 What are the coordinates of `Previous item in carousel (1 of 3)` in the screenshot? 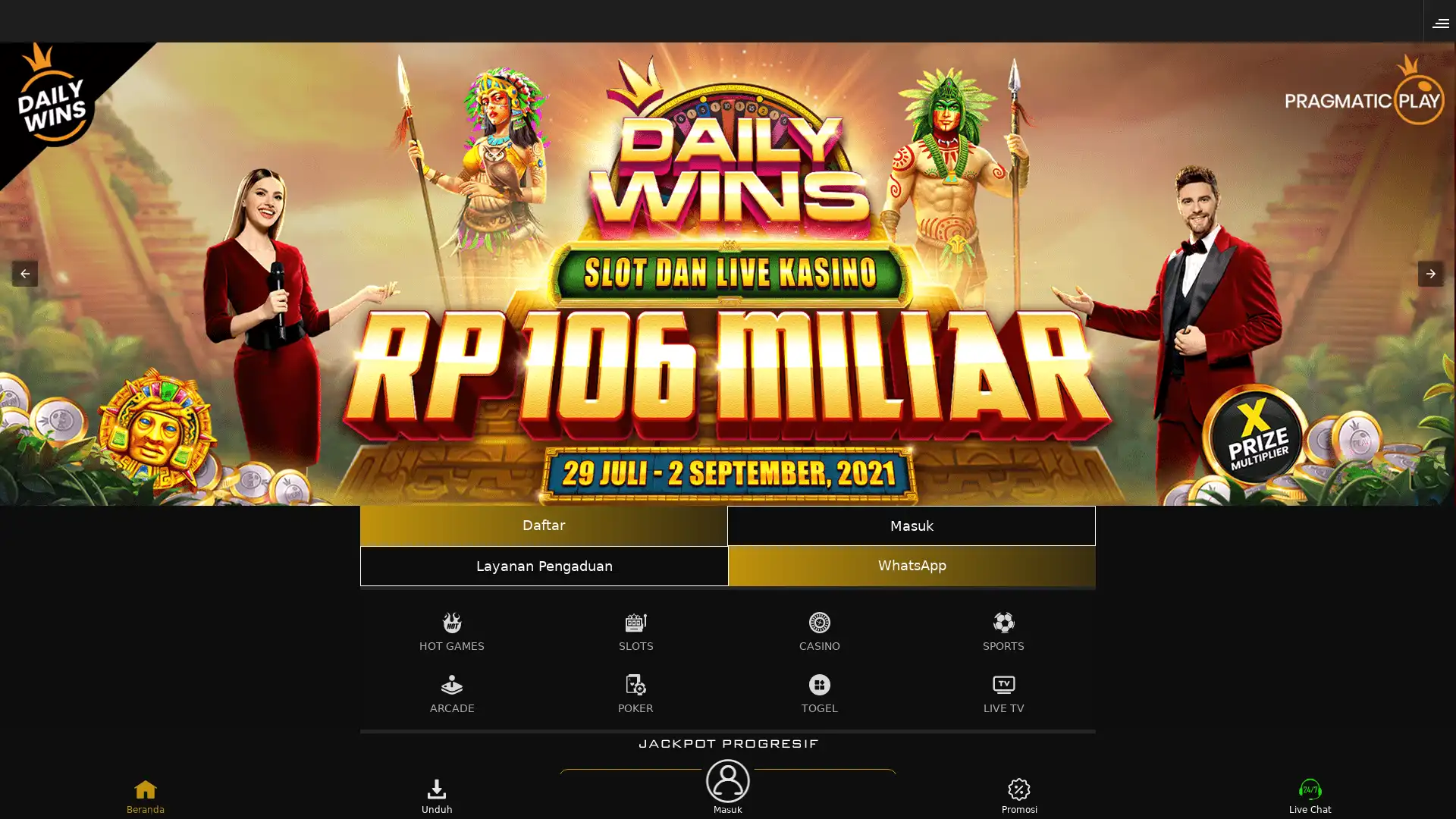 It's located at (25, 271).